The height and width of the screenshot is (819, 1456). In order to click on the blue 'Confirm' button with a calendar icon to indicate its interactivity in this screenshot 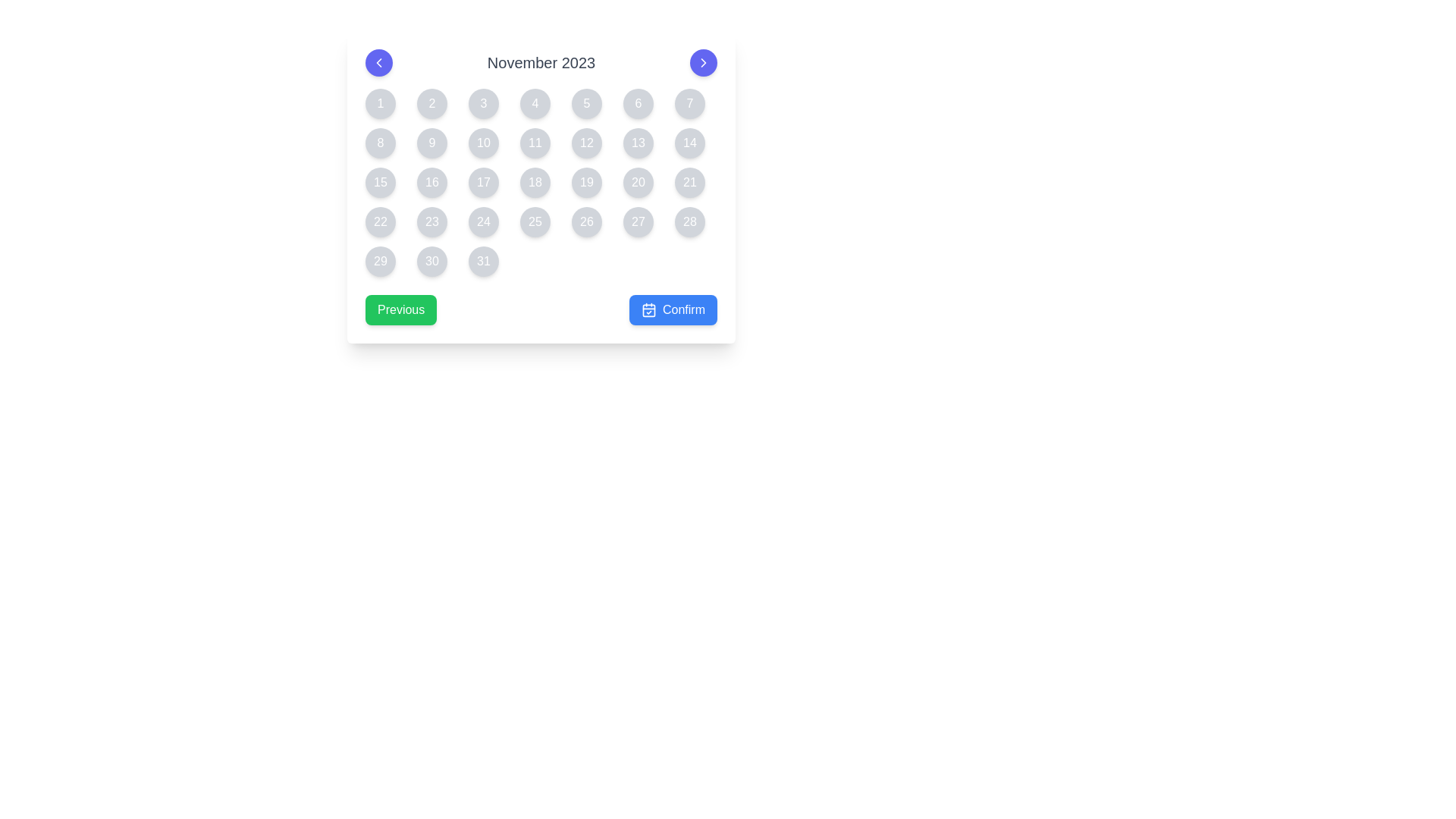, I will do `click(673, 309)`.